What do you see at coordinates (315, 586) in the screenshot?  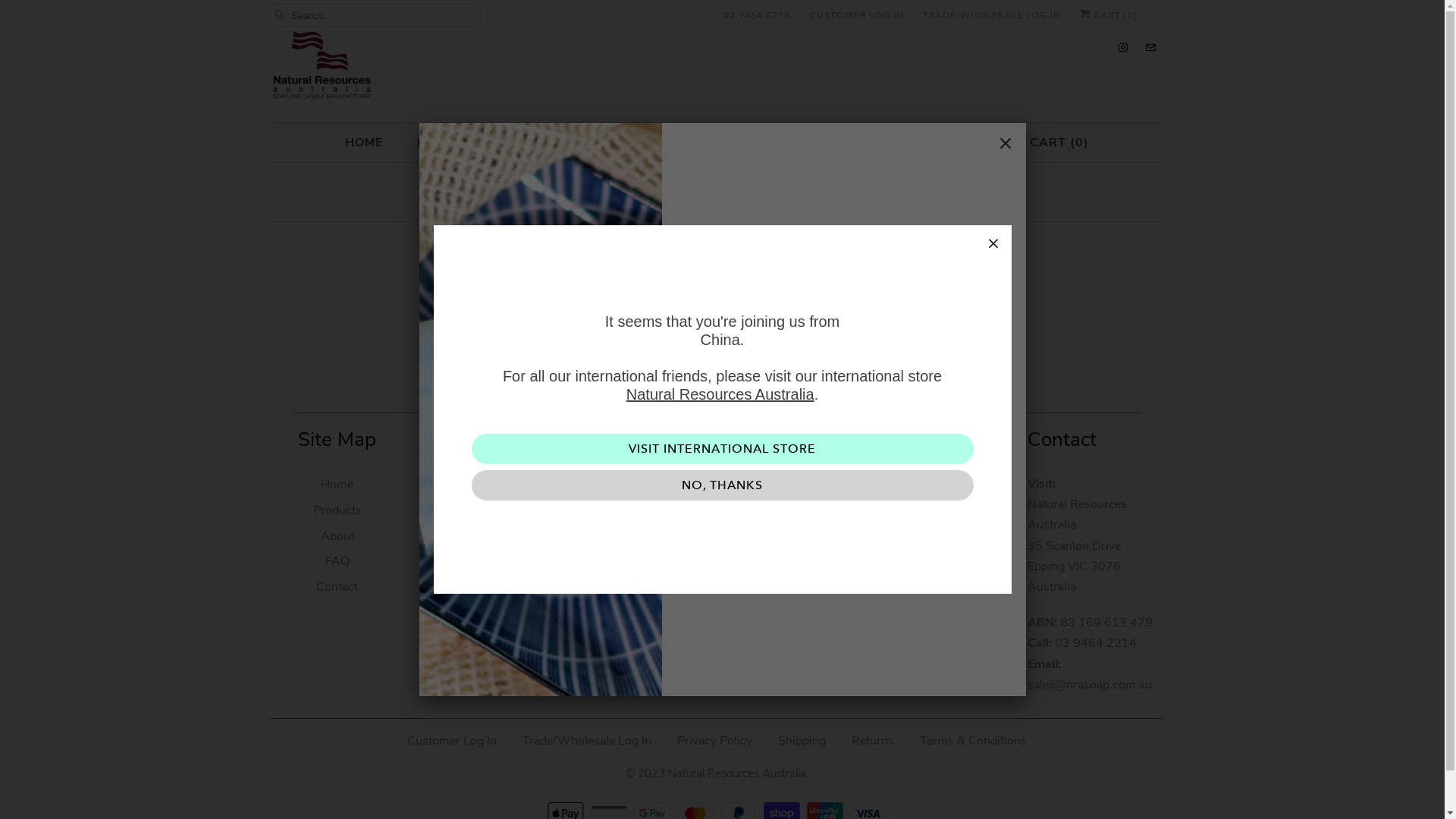 I see `'Contact'` at bounding box center [315, 586].